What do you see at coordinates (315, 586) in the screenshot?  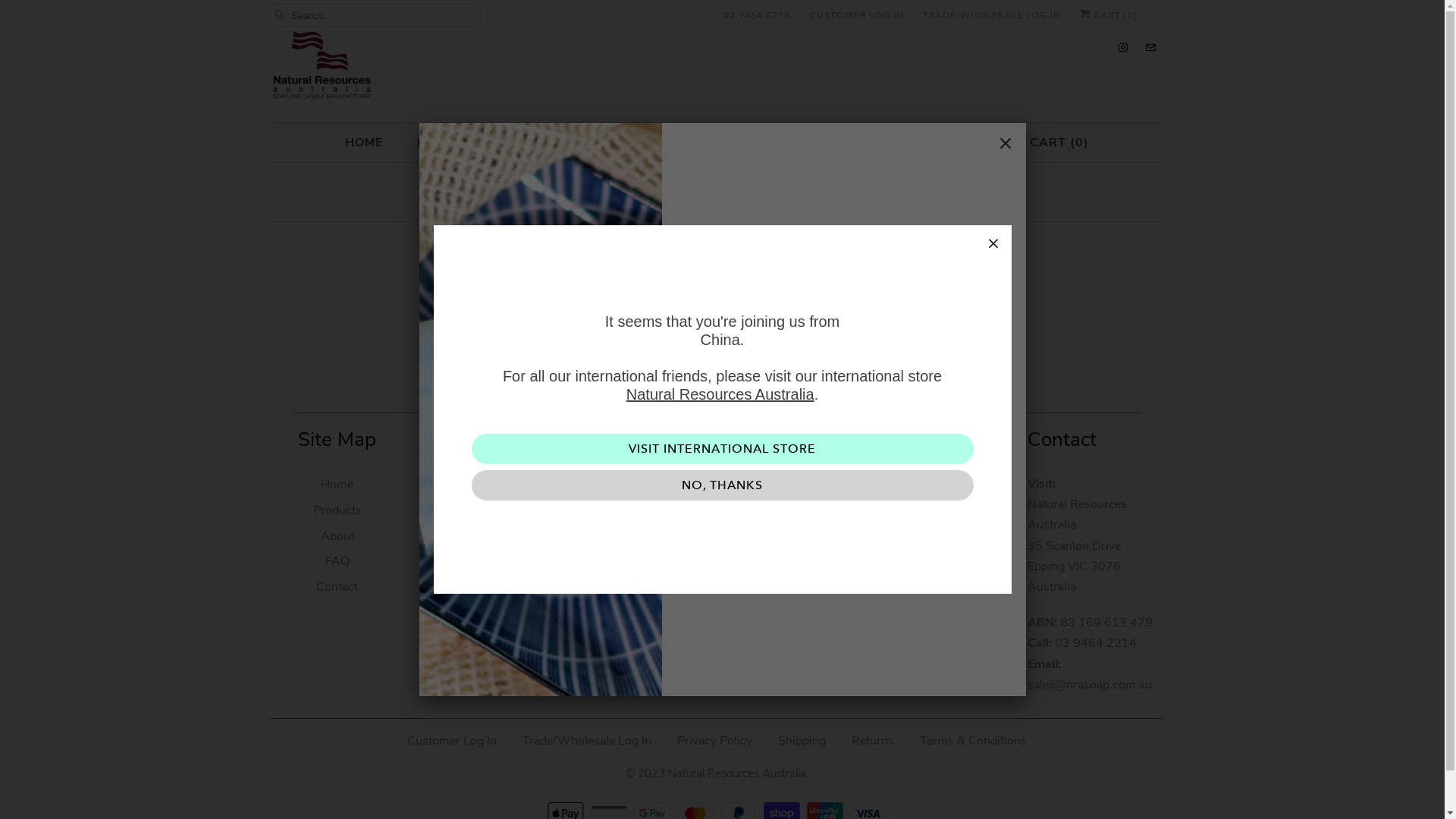 I see `'Contact'` at bounding box center [315, 586].